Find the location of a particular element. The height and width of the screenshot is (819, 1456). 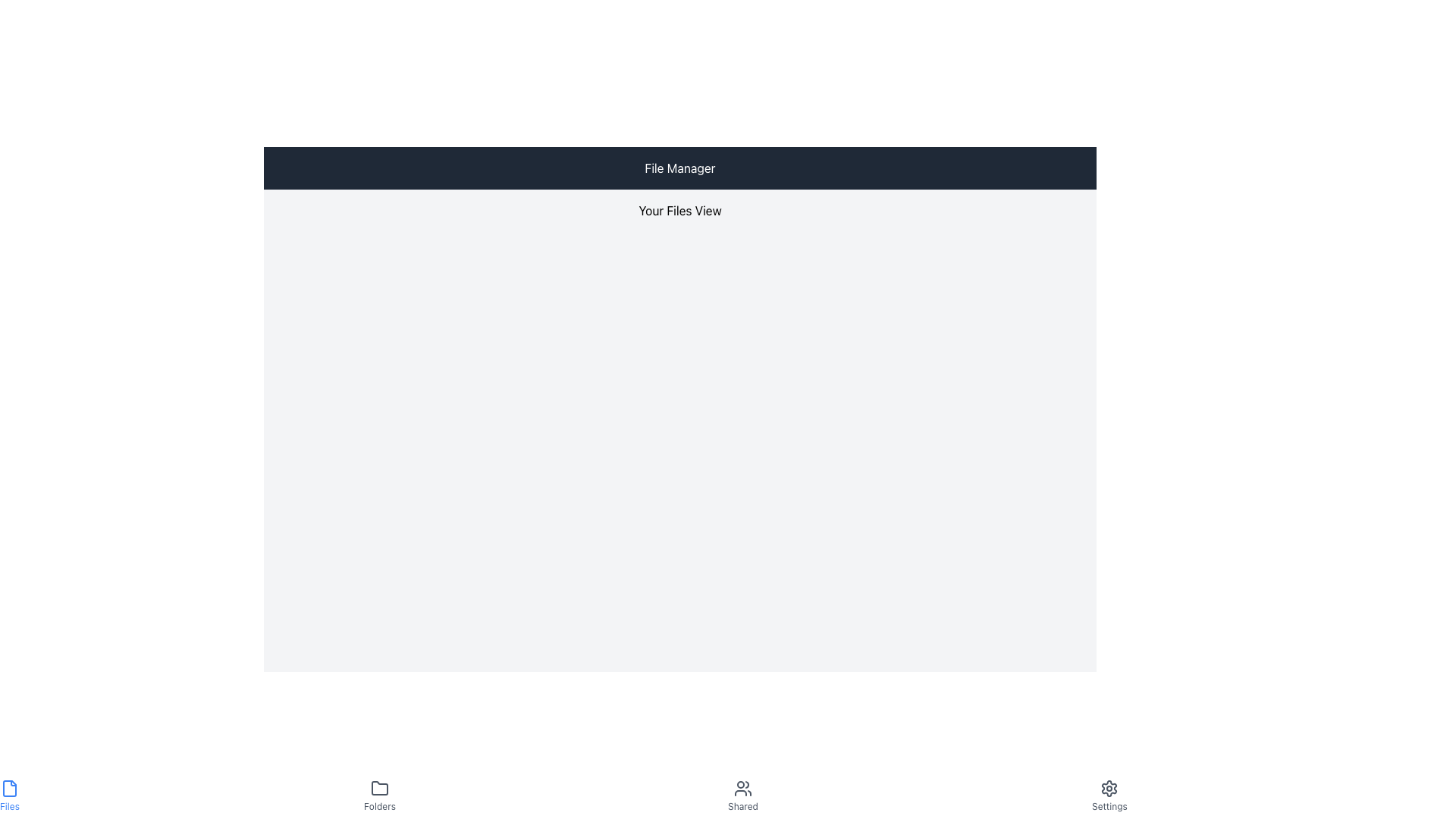

the gear-shaped icon in the 'Settings' navigation bar is located at coordinates (1109, 788).